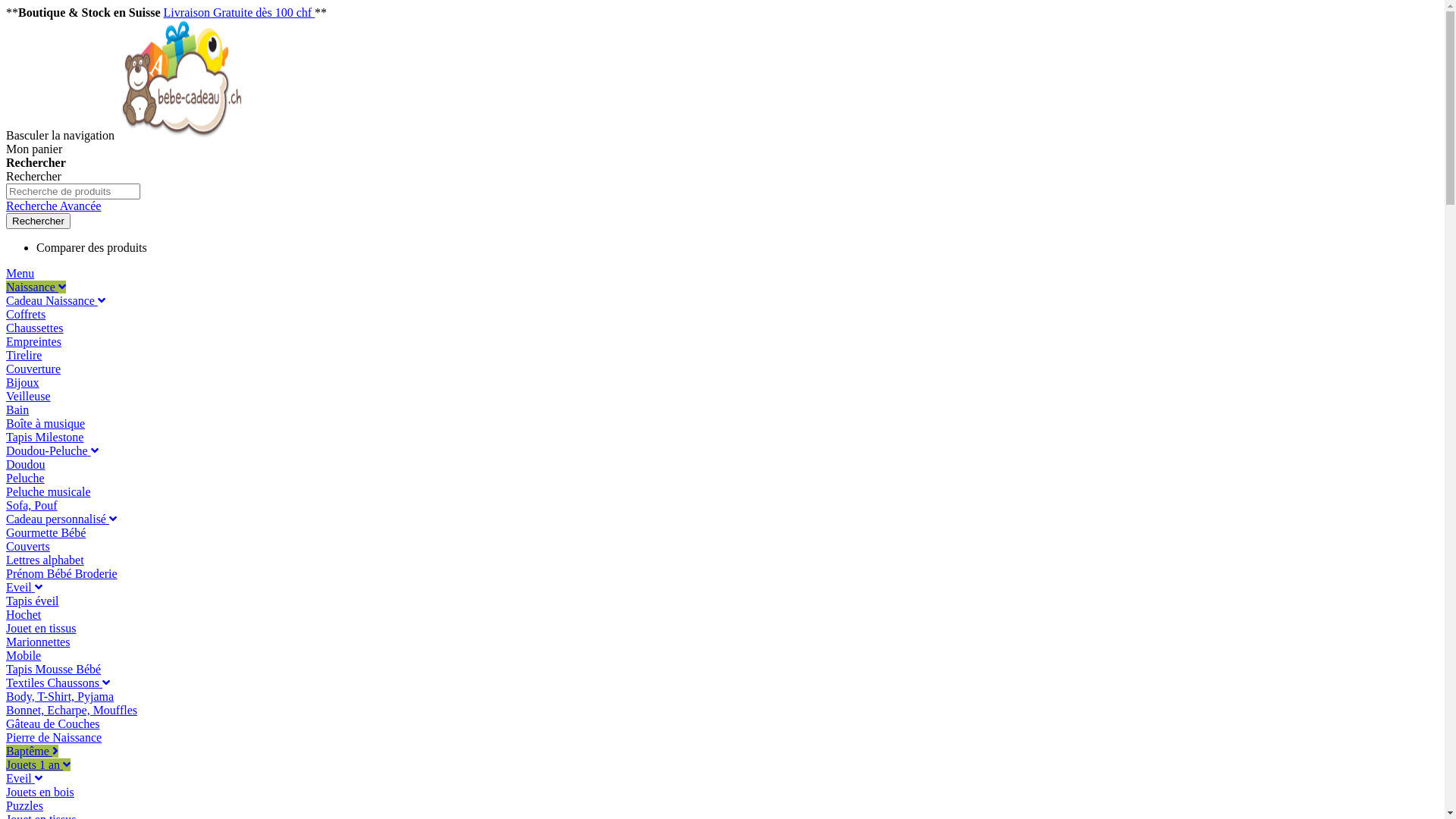 Image resolution: width=1456 pixels, height=819 pixels. What do you see at coordinates (58, 682) in the screenshot?
I see `'Textiles Chaussons'` at bounding box center [58, 682].